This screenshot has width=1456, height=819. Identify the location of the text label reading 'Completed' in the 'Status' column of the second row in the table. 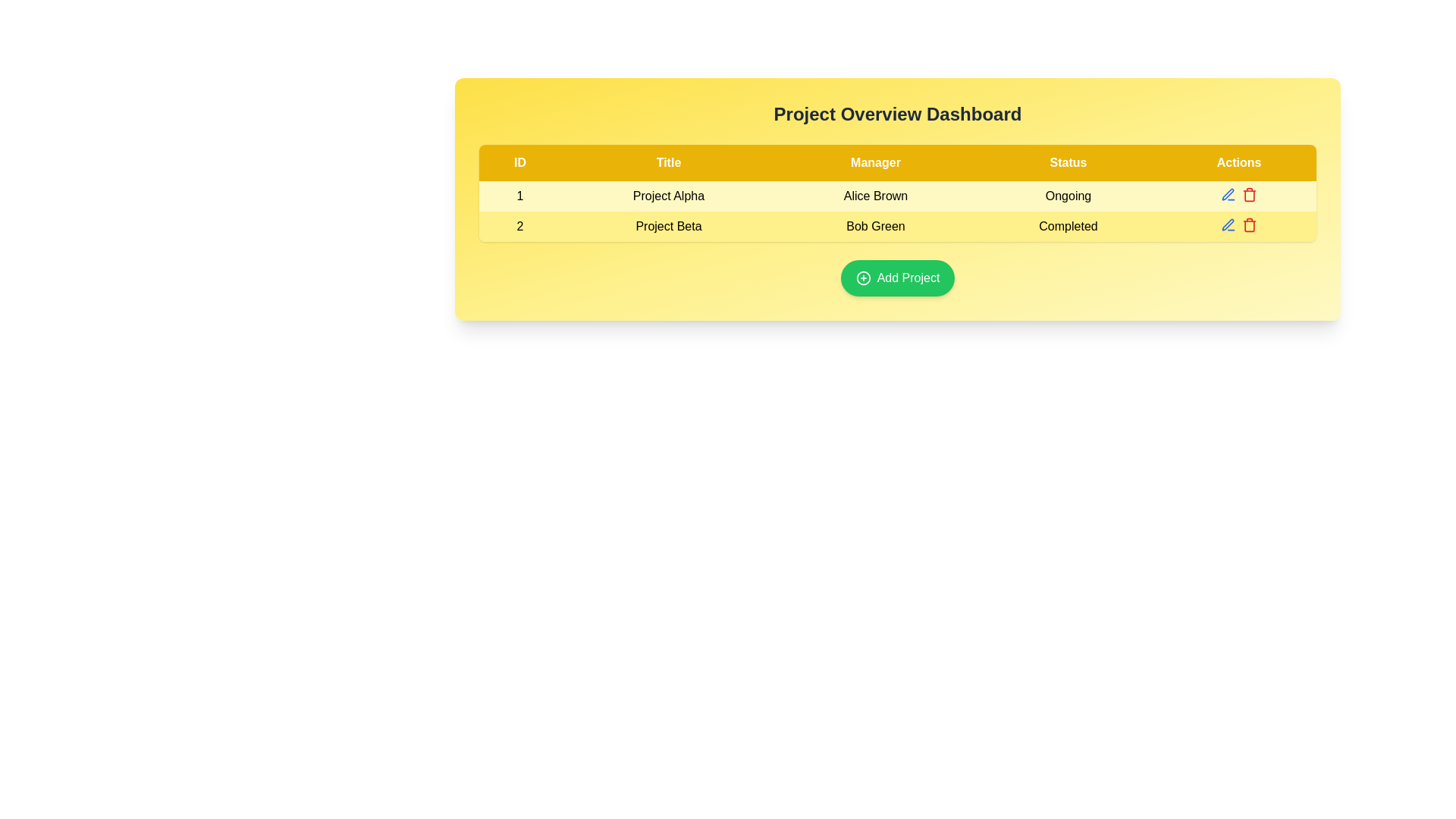
(1068, 227).